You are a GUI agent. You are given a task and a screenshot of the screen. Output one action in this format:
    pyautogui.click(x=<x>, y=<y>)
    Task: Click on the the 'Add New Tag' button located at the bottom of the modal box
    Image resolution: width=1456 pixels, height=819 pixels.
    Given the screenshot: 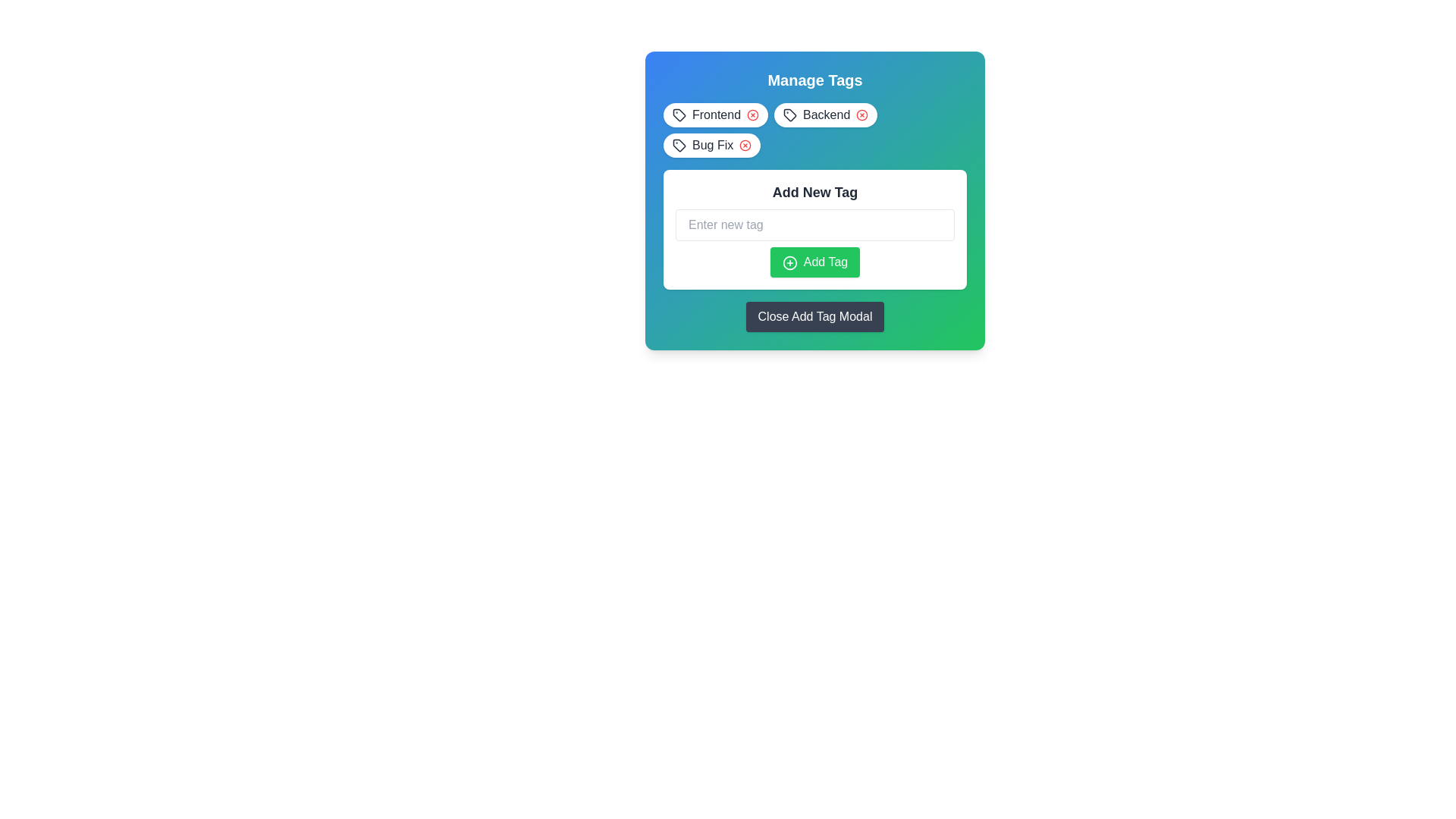 What is the action you would take?
    pyautogui.click(x=814, y=262)
    